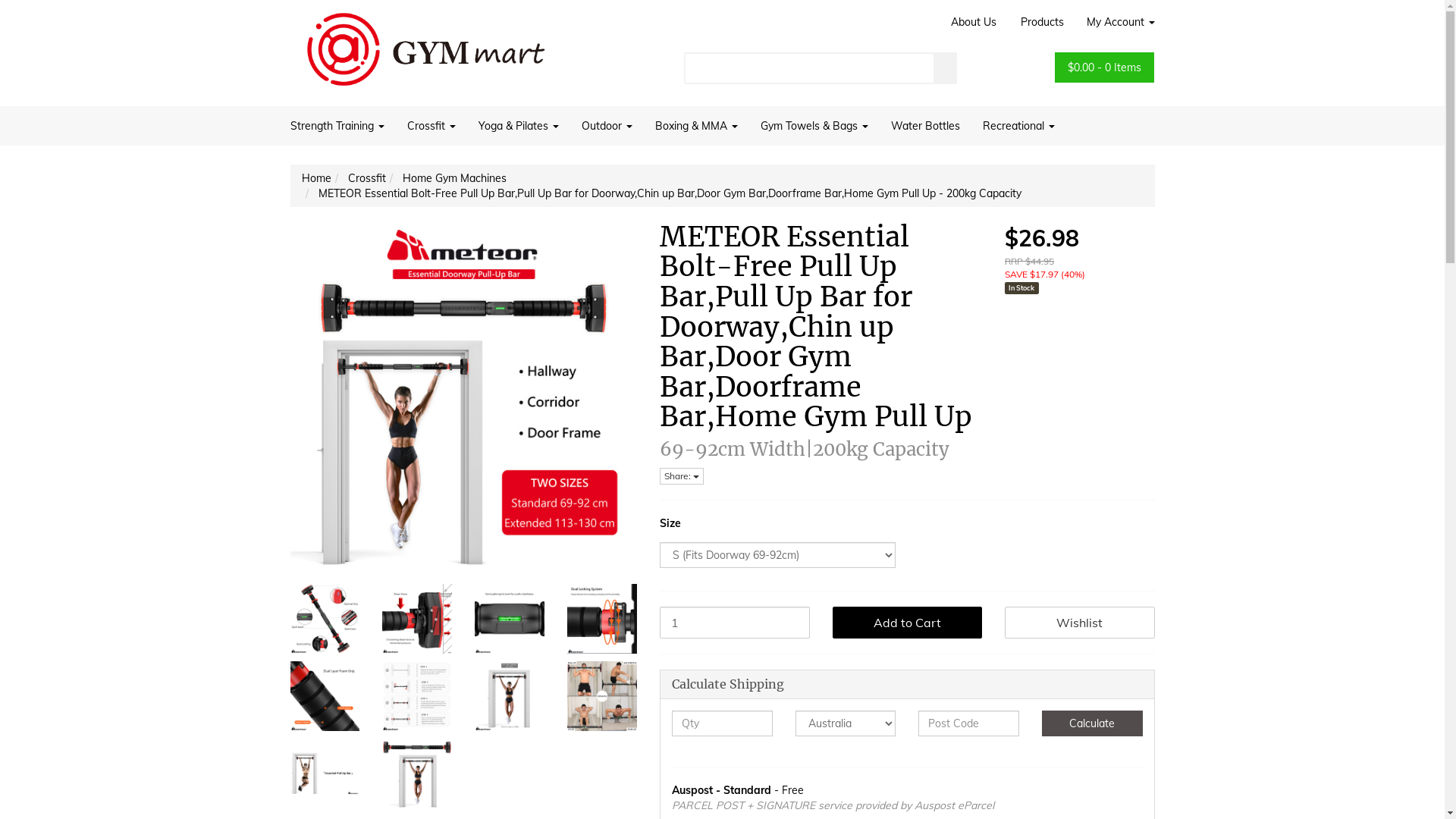 The width and height of the screenshot is (1456, 819). What do you see at coordinates (814, 124) in the screenshot?
I see `'Gym Towels & Bags'` at bounding box center [814, 124].